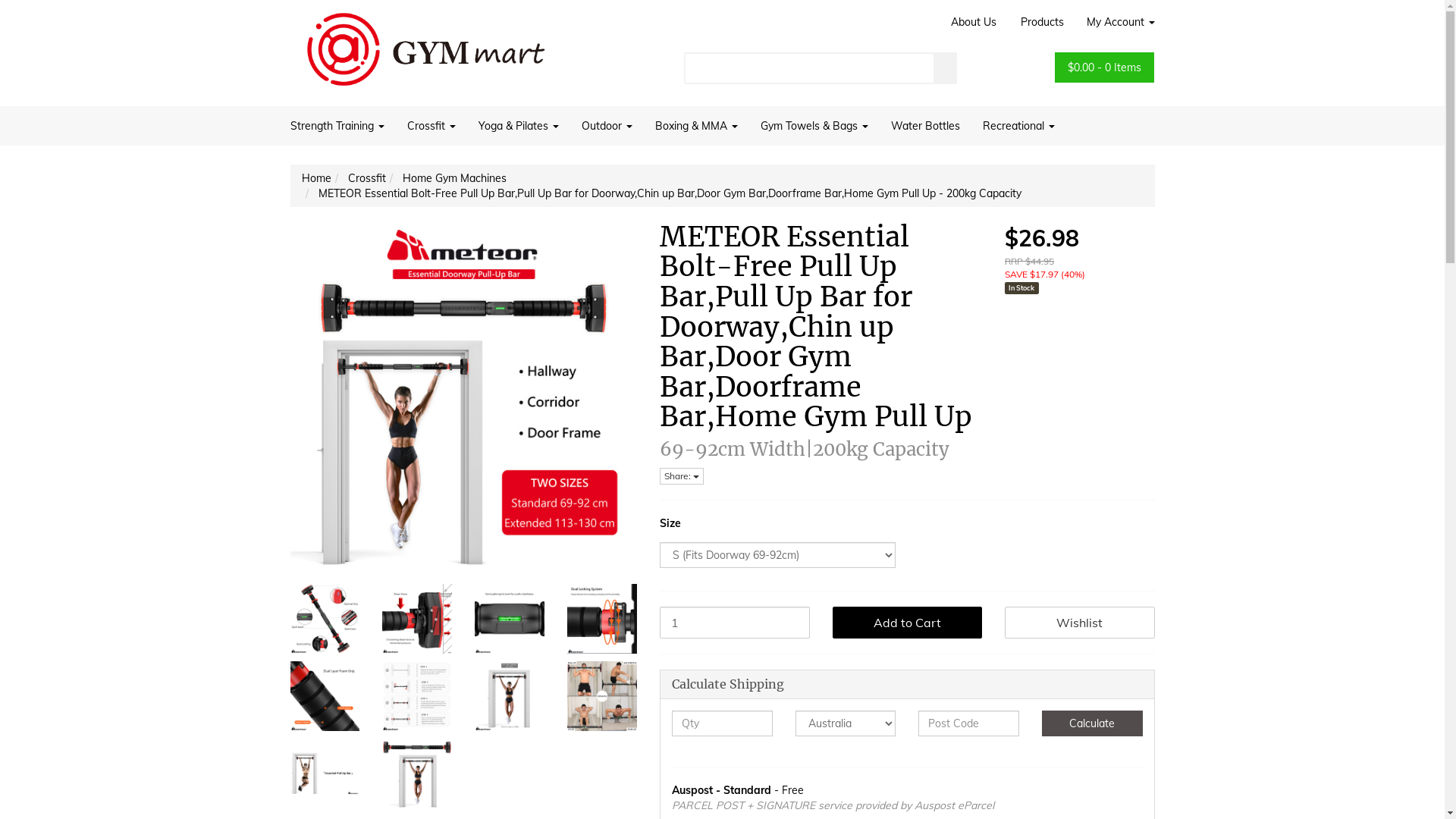 The width and height of the screenshot is (1456, 819). What do you see at coordinates (814, 124) in the screenshot?
I see `'Gym Towels & Bags'` at bounding box center [814, 124].